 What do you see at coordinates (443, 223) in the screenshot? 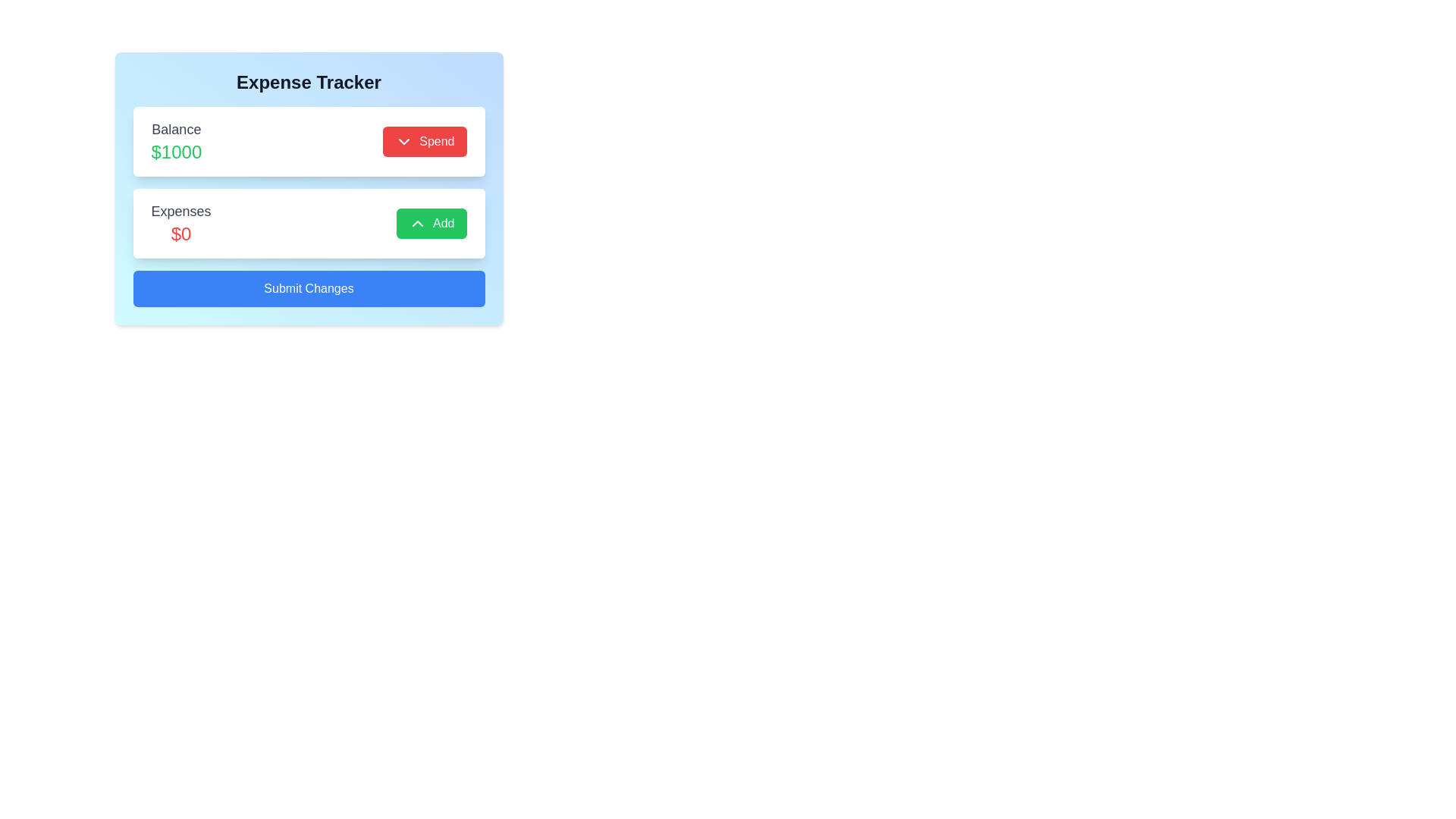
I see `the text label inside the 'Add' button in the 'Expenses' row` at bounding box center [443, 223].